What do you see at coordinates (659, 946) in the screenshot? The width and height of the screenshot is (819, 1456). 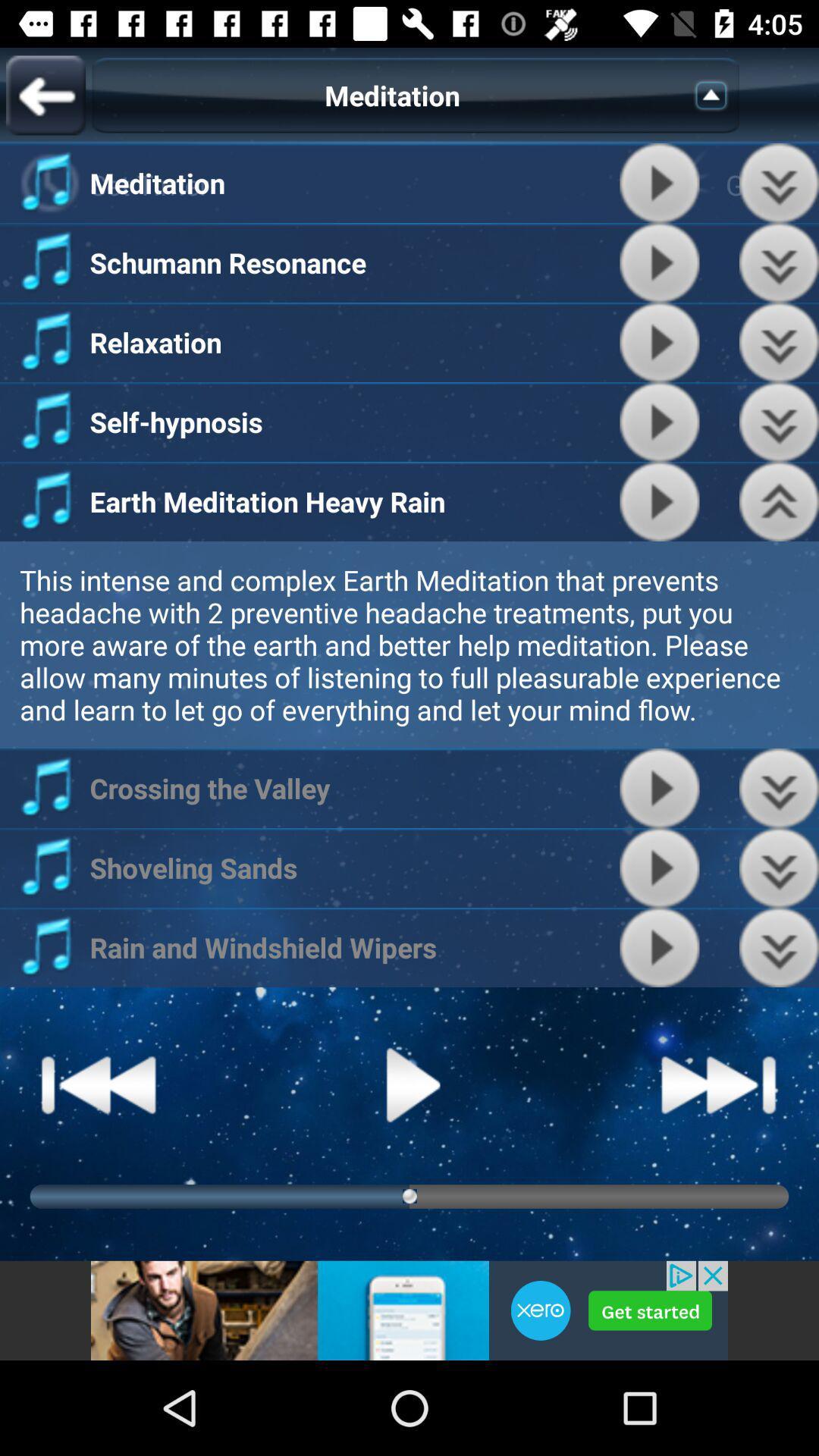 I see `tap to play` at bounding box center [659, 946].